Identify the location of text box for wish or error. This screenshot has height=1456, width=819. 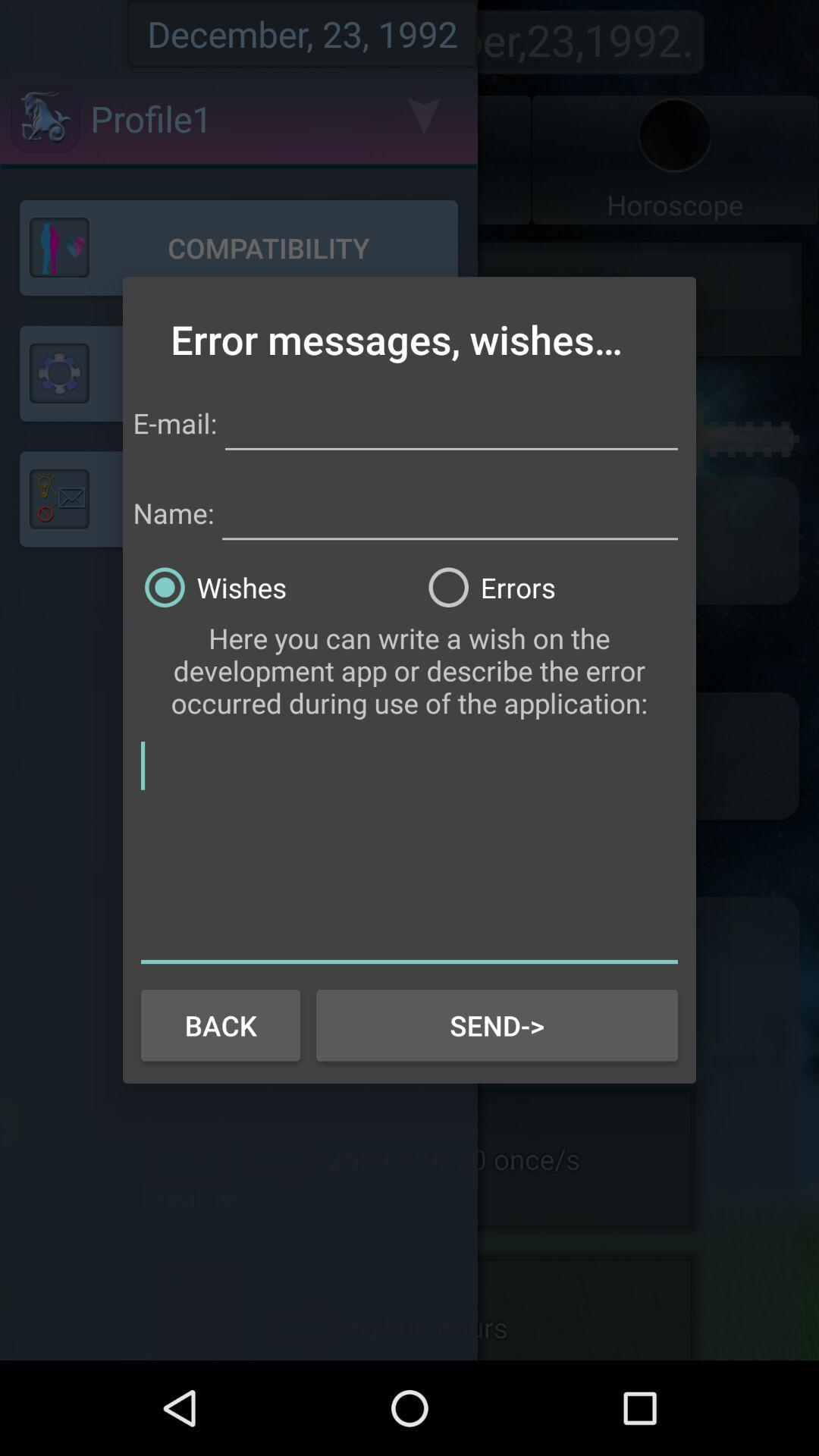
(409, 849).